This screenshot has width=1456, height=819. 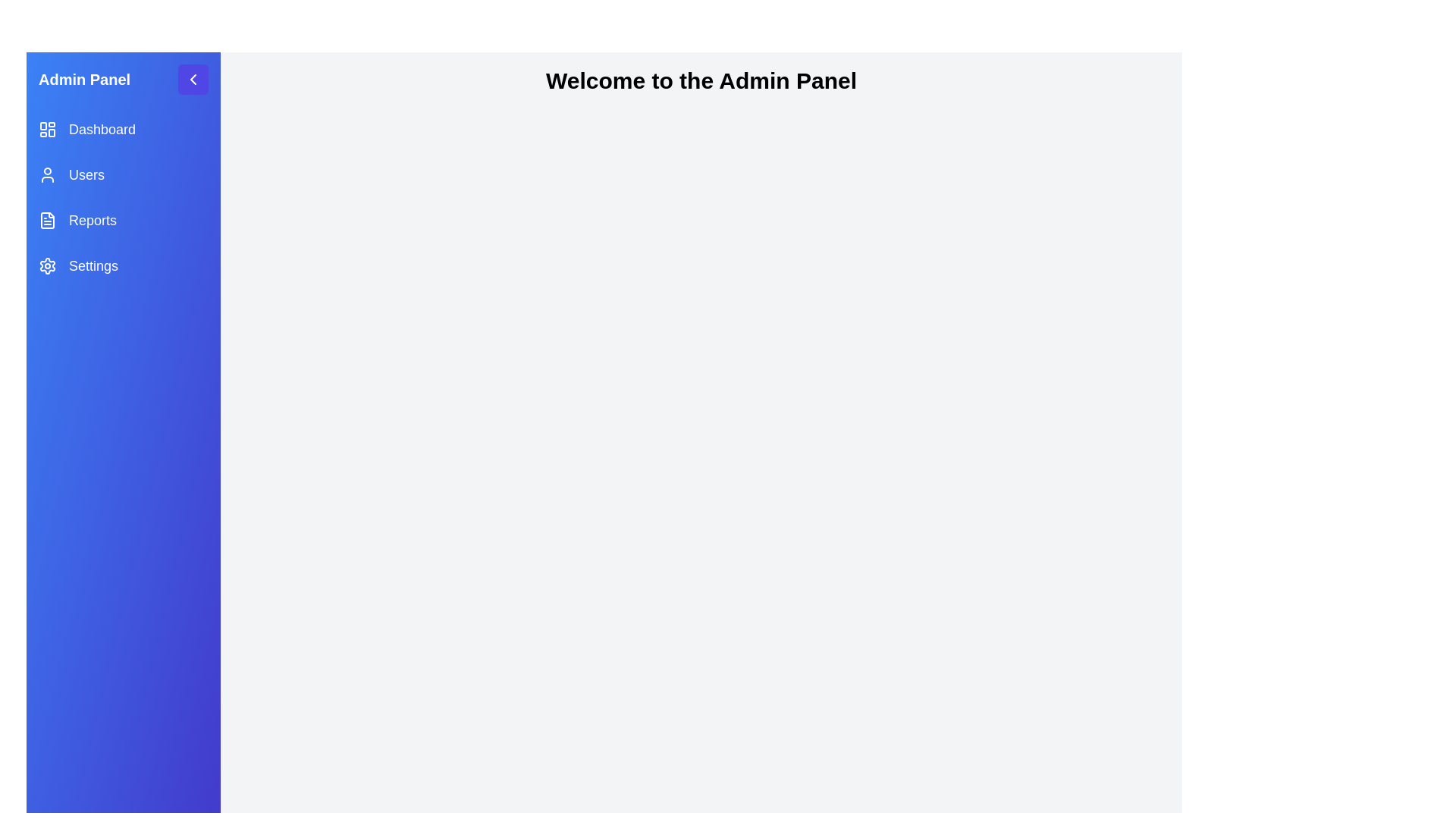 I want to click on the indigo square button with rounded edges and a leftward-pointing chevron icon located in the top-right corner of the 'Admin Panel' section header to trigger a visual state change, so click(x=192, y=79).